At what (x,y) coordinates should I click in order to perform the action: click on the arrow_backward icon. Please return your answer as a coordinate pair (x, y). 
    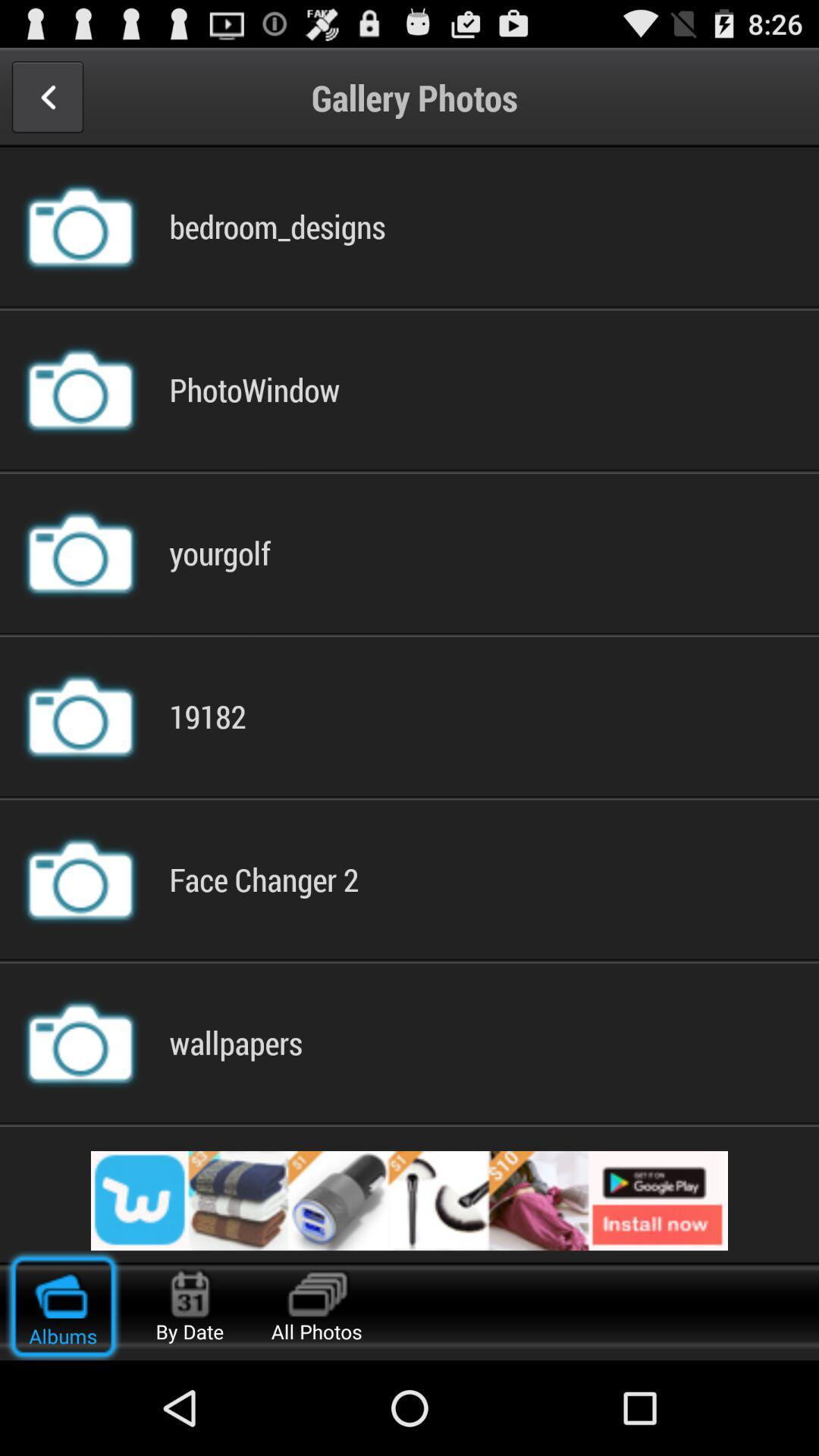
    Looking at the image, I should click on (46, 103).